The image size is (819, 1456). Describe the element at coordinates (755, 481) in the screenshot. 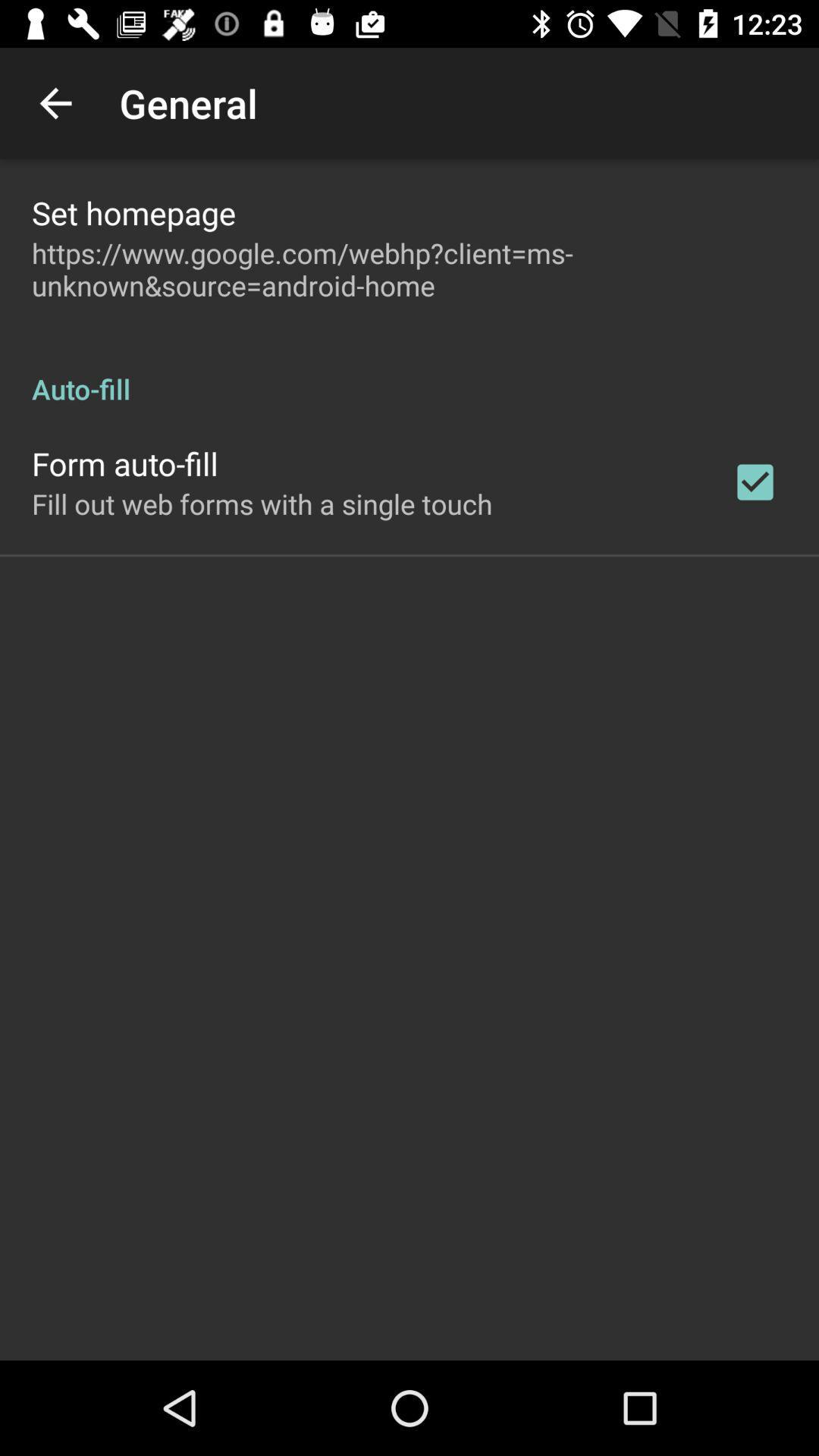

I see `item to the right of the fill out web app` at that location.